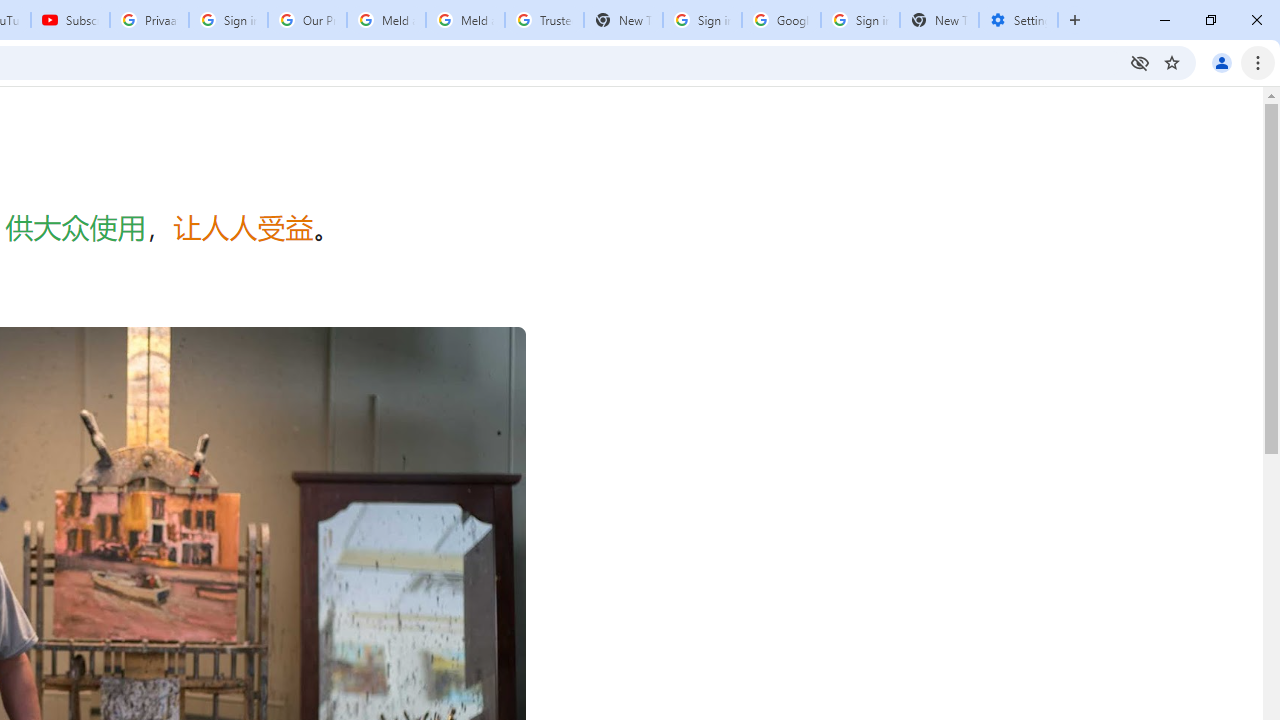 The height and width of the screenshot is (720, 1280). Describe the element at coordinates (70, 20) in the screenshot. I see `'Subscriptions - YouTube'` at that location.